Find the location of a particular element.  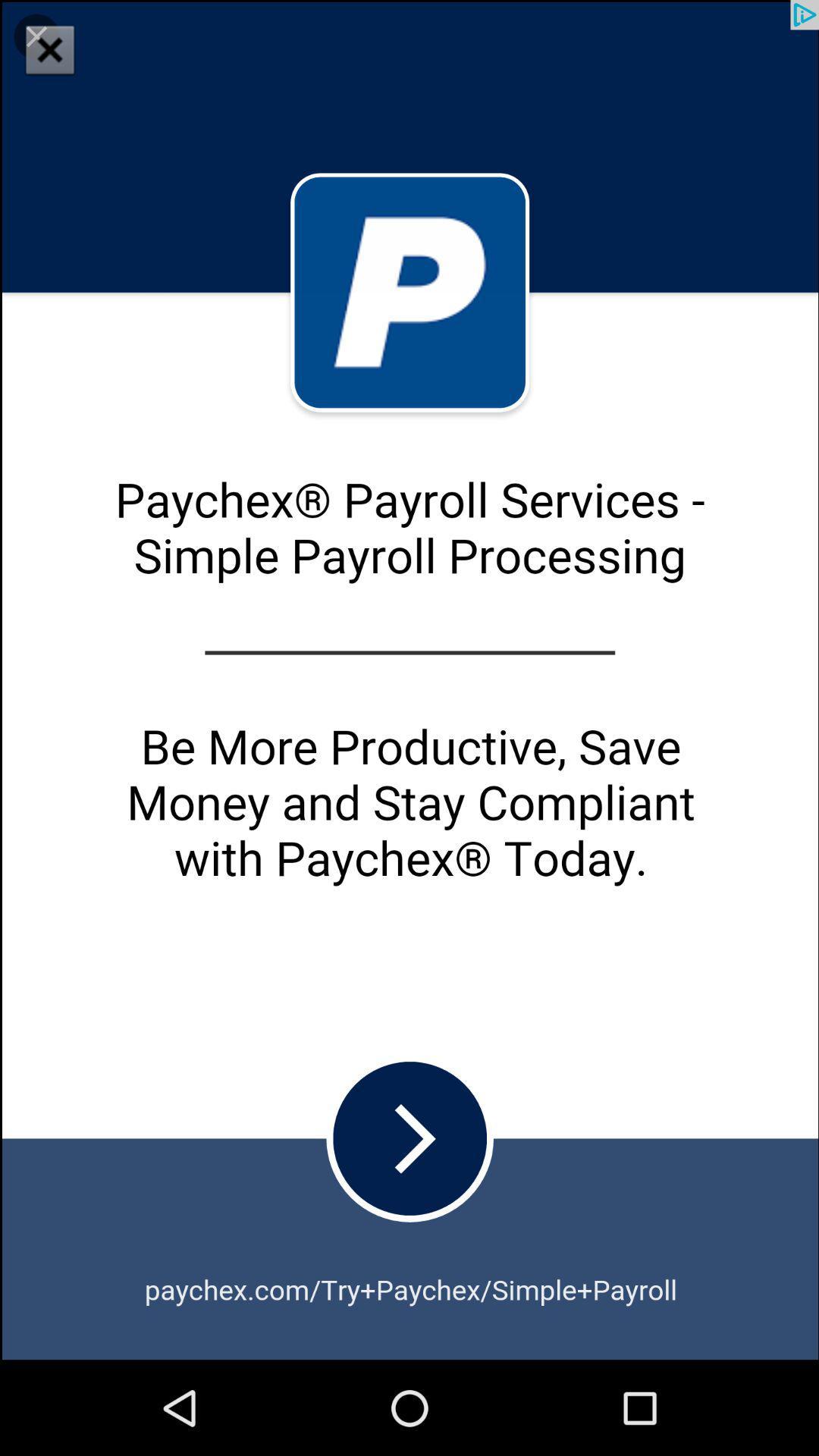

the close icon is located at coordinates (49, 53).